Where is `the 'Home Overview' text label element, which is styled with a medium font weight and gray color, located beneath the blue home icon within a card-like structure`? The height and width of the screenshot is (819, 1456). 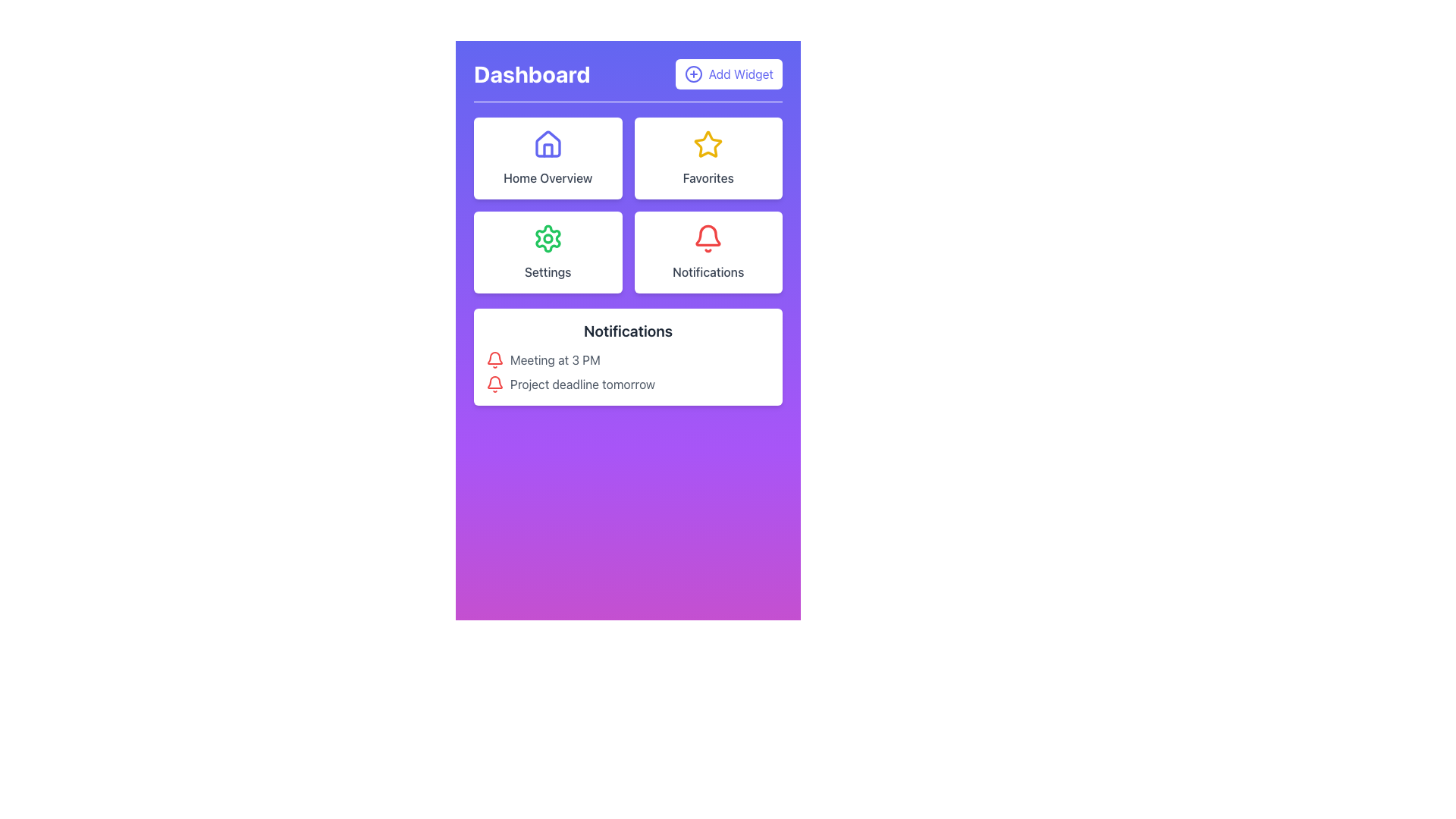
the 'Home Overview' text label element, which is styled with a medium font weight and gray color, located beneath the blue home icon within a card-like structure is located at coordinates (547, 177).